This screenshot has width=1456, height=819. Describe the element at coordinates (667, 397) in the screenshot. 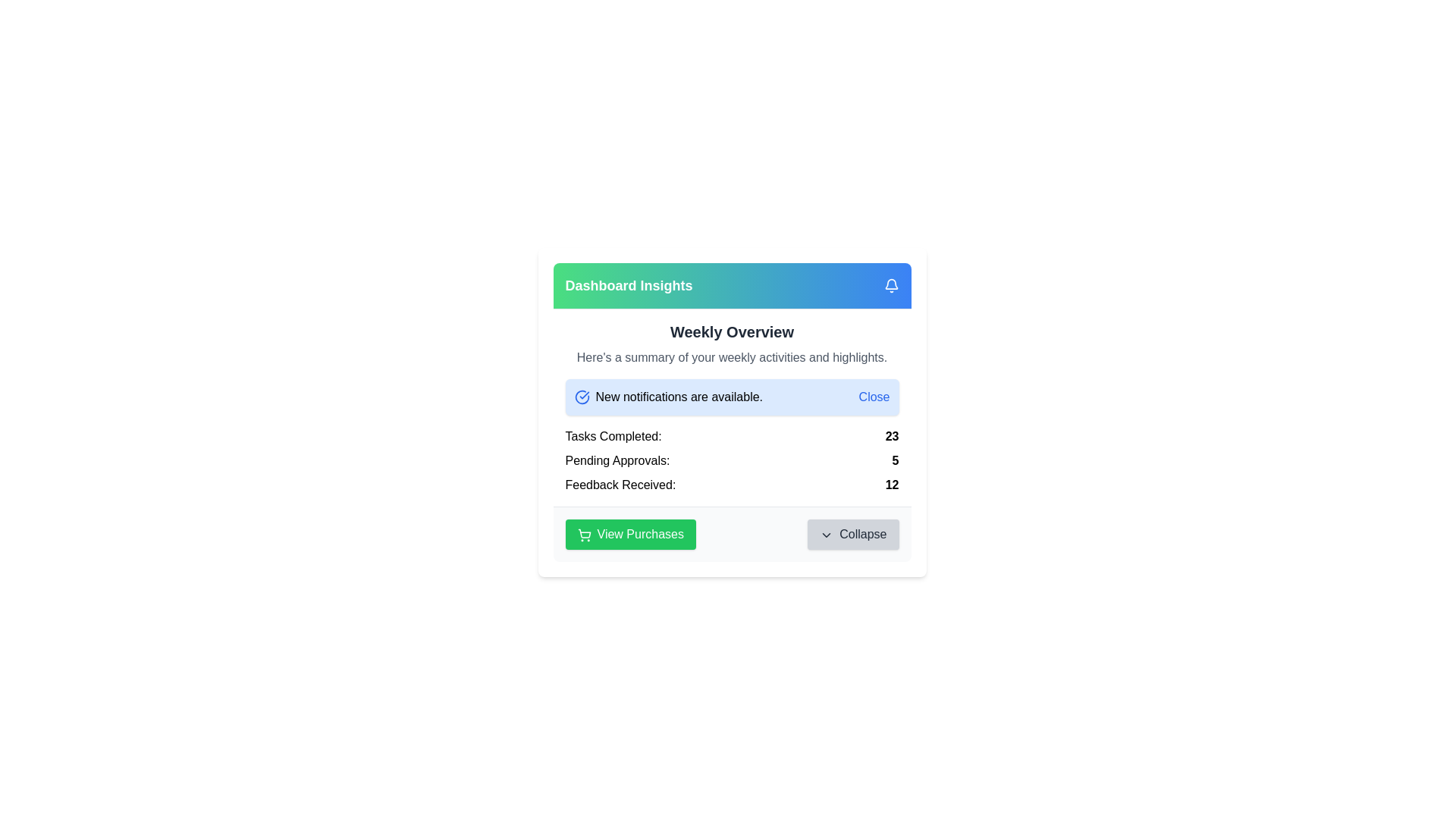

I see `the static text label that reads 'New notifications are available,' which is positioned to the right of a blue check mark icon and left of a 'Close' button in the notification section` at that location.